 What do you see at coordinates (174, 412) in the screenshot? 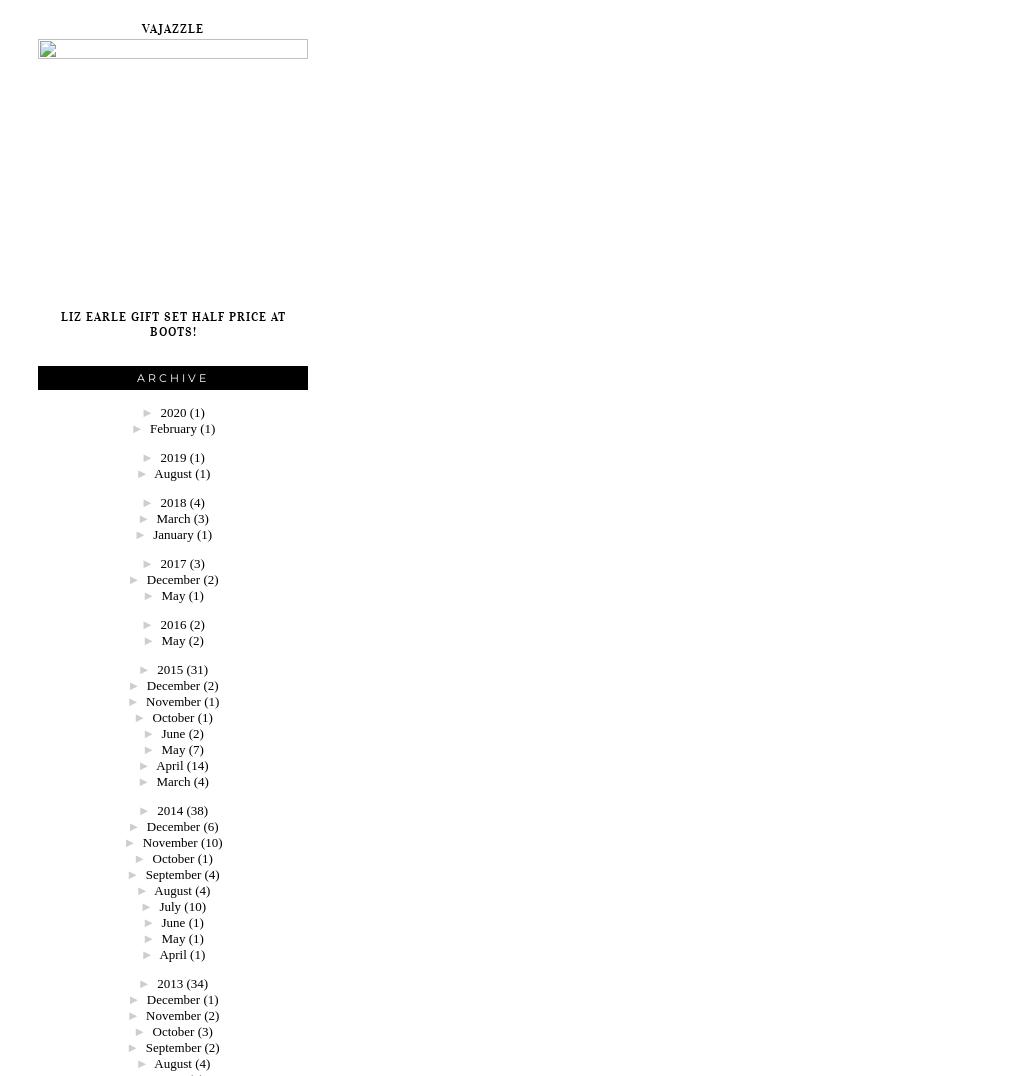
I see `'2020'` at bounding box center [174, 412].